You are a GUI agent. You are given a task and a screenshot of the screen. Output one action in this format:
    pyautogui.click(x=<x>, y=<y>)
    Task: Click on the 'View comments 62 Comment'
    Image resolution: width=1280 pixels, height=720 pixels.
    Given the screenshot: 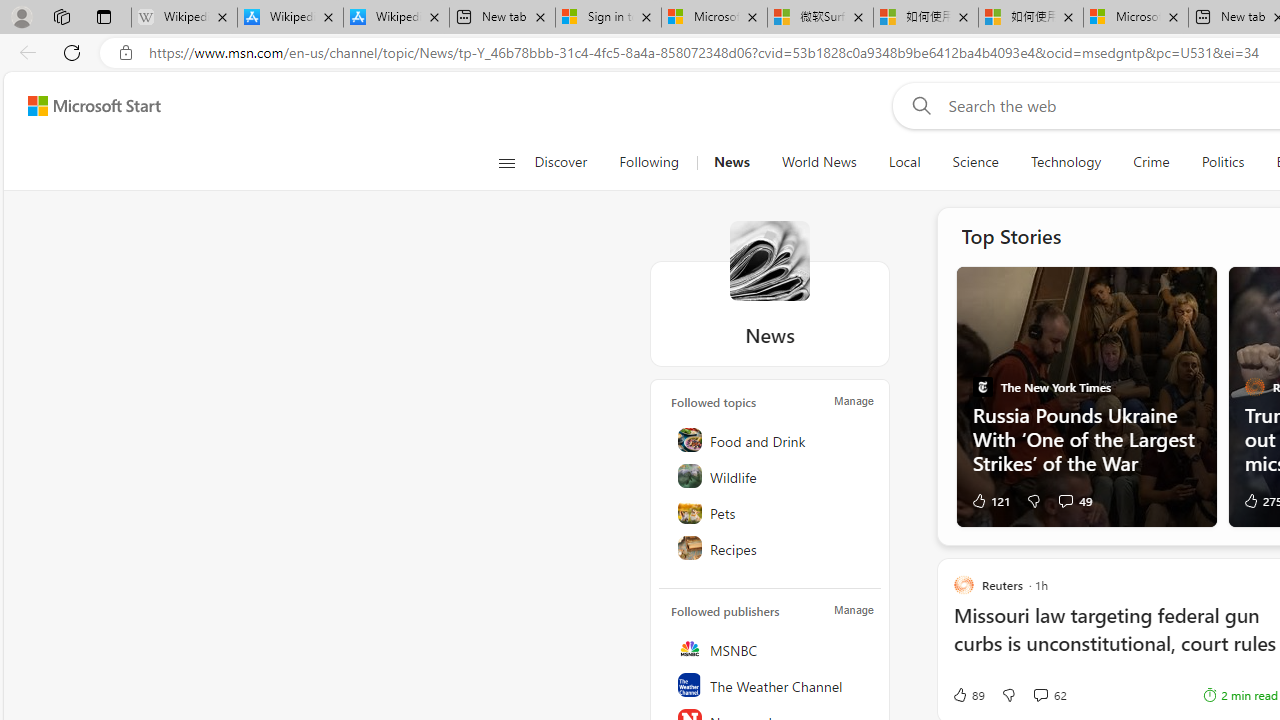 What is the action you would take?
    pyautogui.click(x=1048, y=694)
    